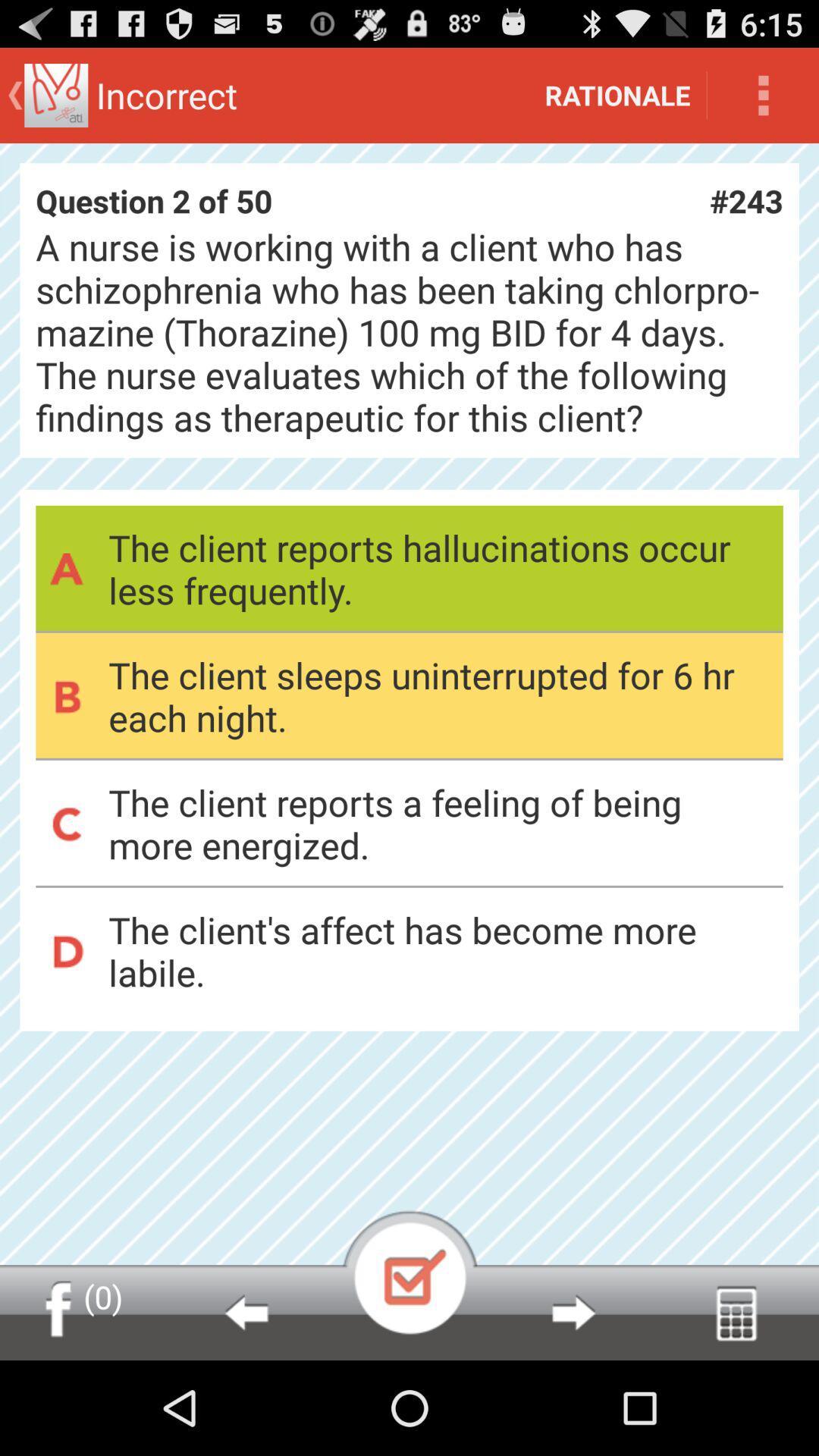 The image size is (819, 1456). What do you see at coordinates (573, 1312) in the screenshot?
I see `next page` at bounding box center [573, 1312].